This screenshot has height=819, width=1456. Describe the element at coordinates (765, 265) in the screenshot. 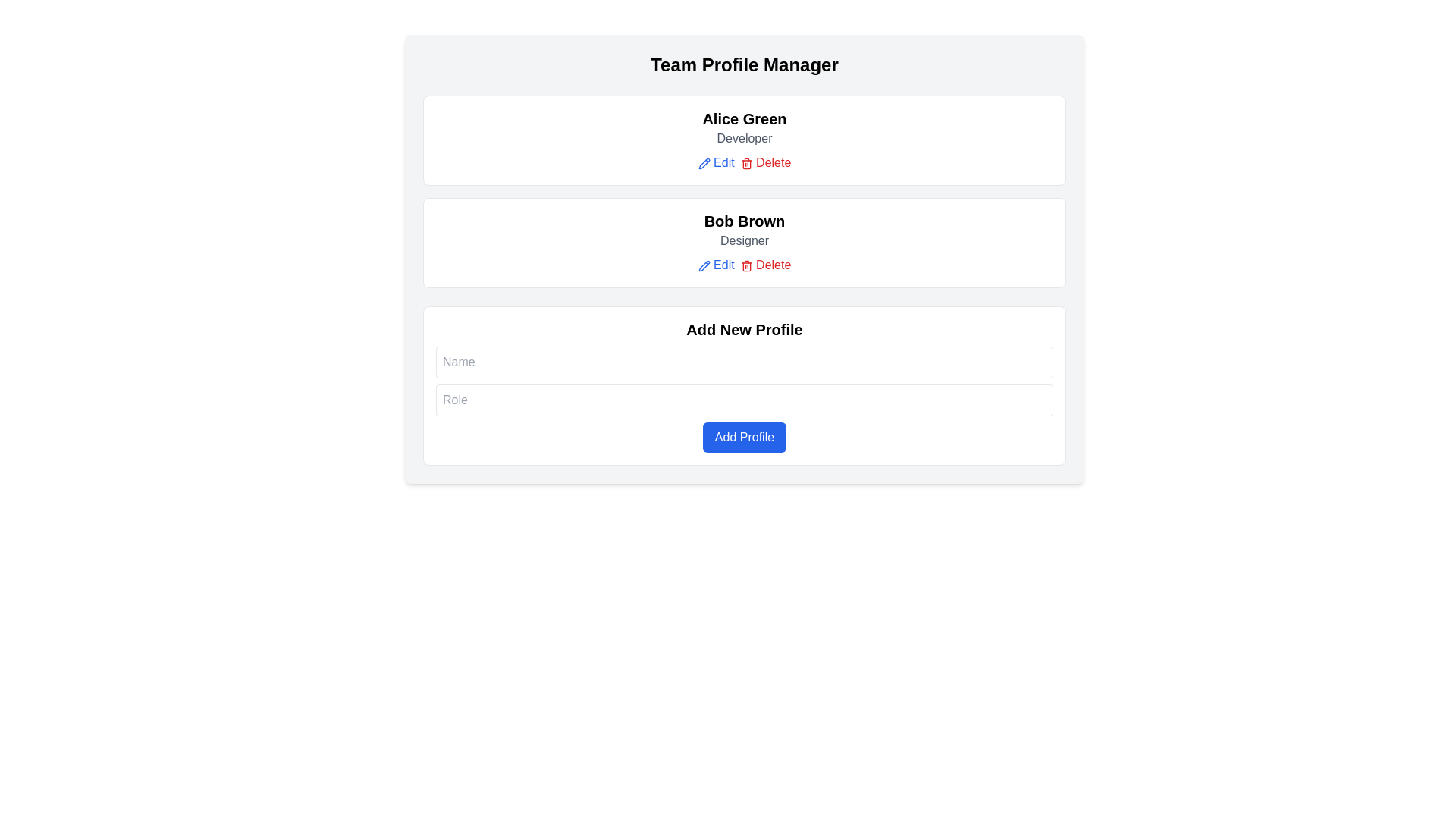

I see `the red 'Delete' text label button which is the second option in the action group for the 'Bob Brown' profile` at that location.